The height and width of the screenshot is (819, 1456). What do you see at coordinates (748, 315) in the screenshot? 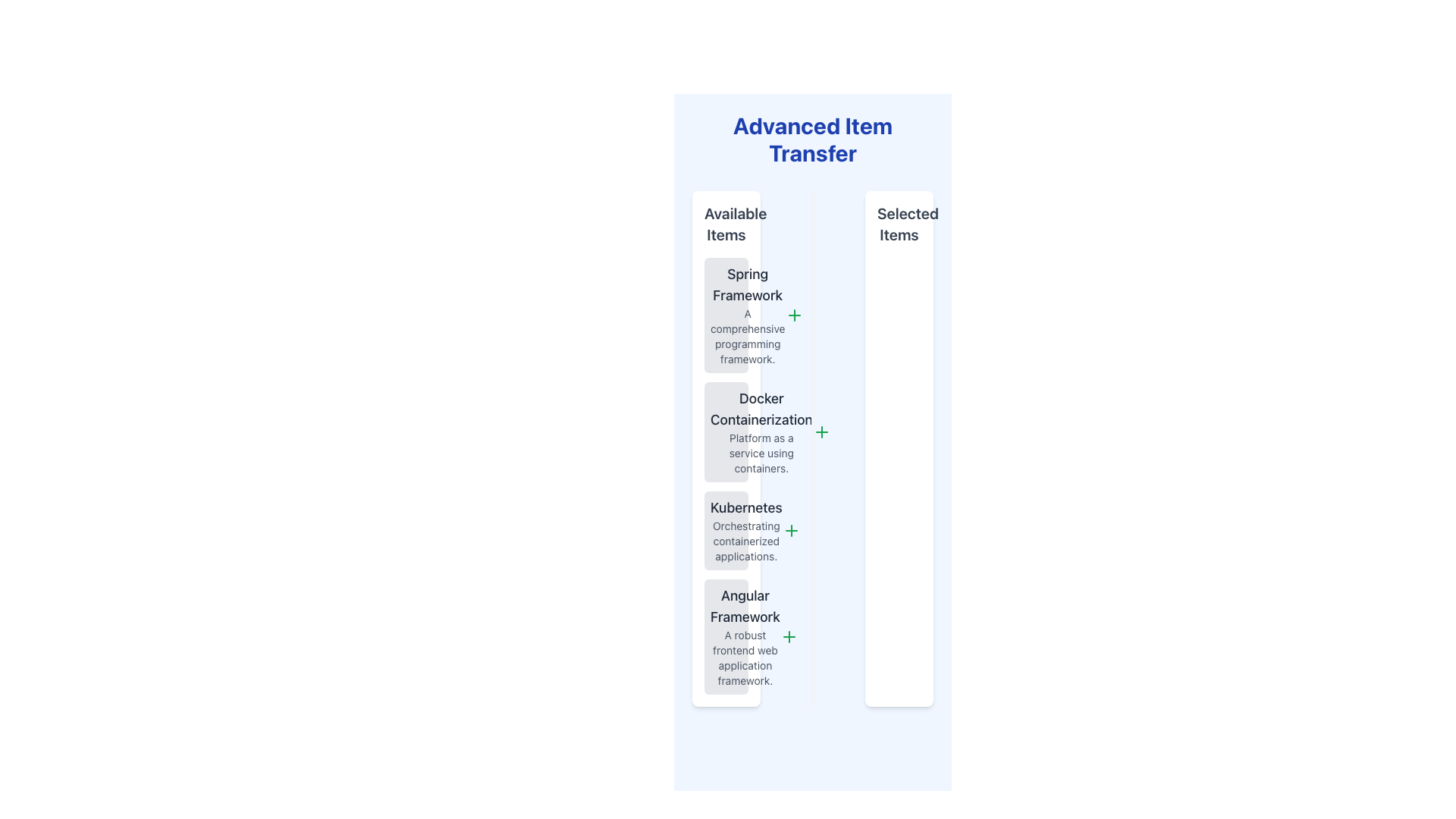
I see `the 'Spring Framework' structured text block in the interactive list for accessibility tools` at bounding box center [748, 315].